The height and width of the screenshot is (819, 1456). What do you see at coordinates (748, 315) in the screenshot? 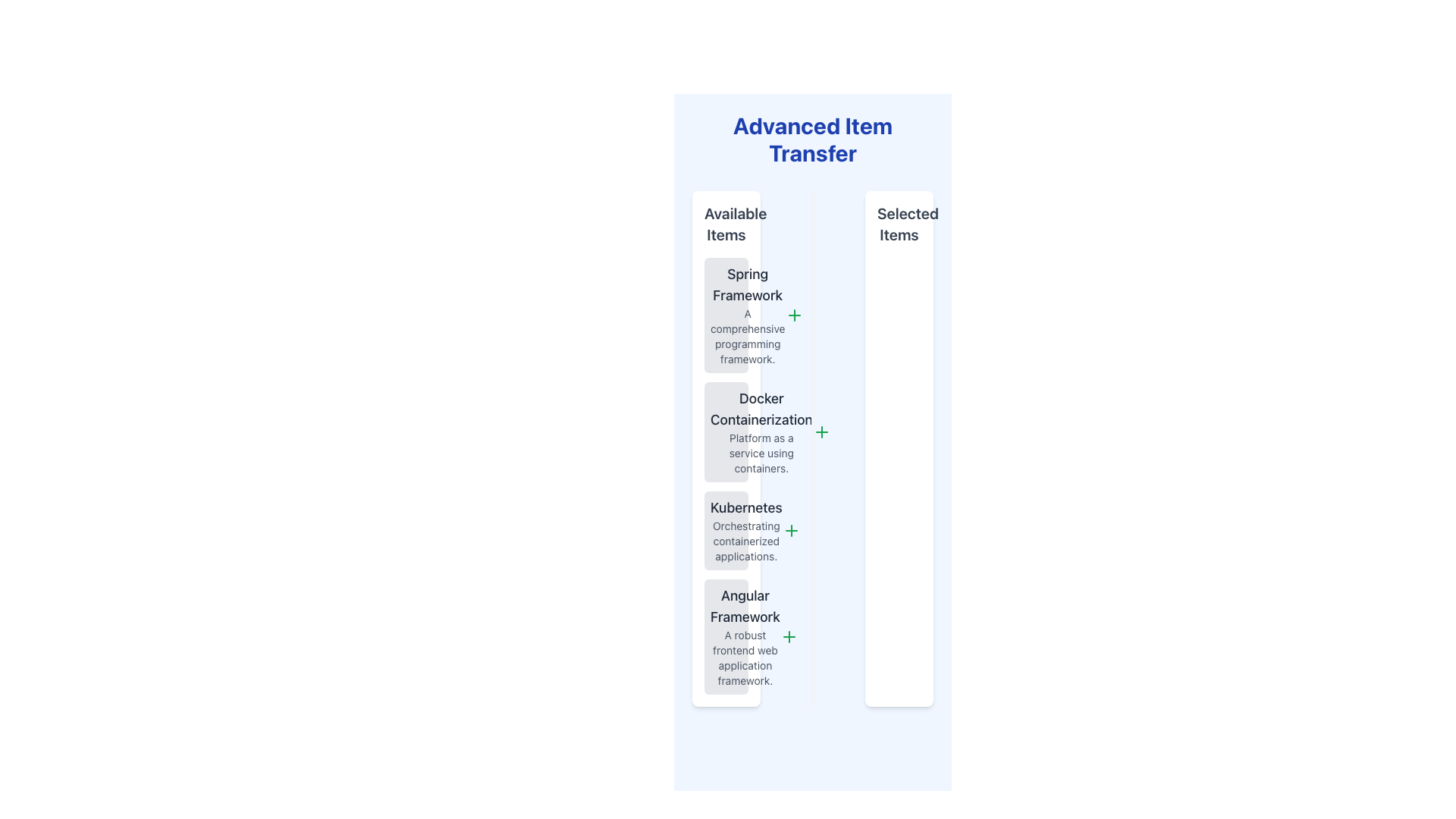
I see `the 'Spring Framework' structured text block in the interactive list for accessibility tools` at bounding box center [748, 315].